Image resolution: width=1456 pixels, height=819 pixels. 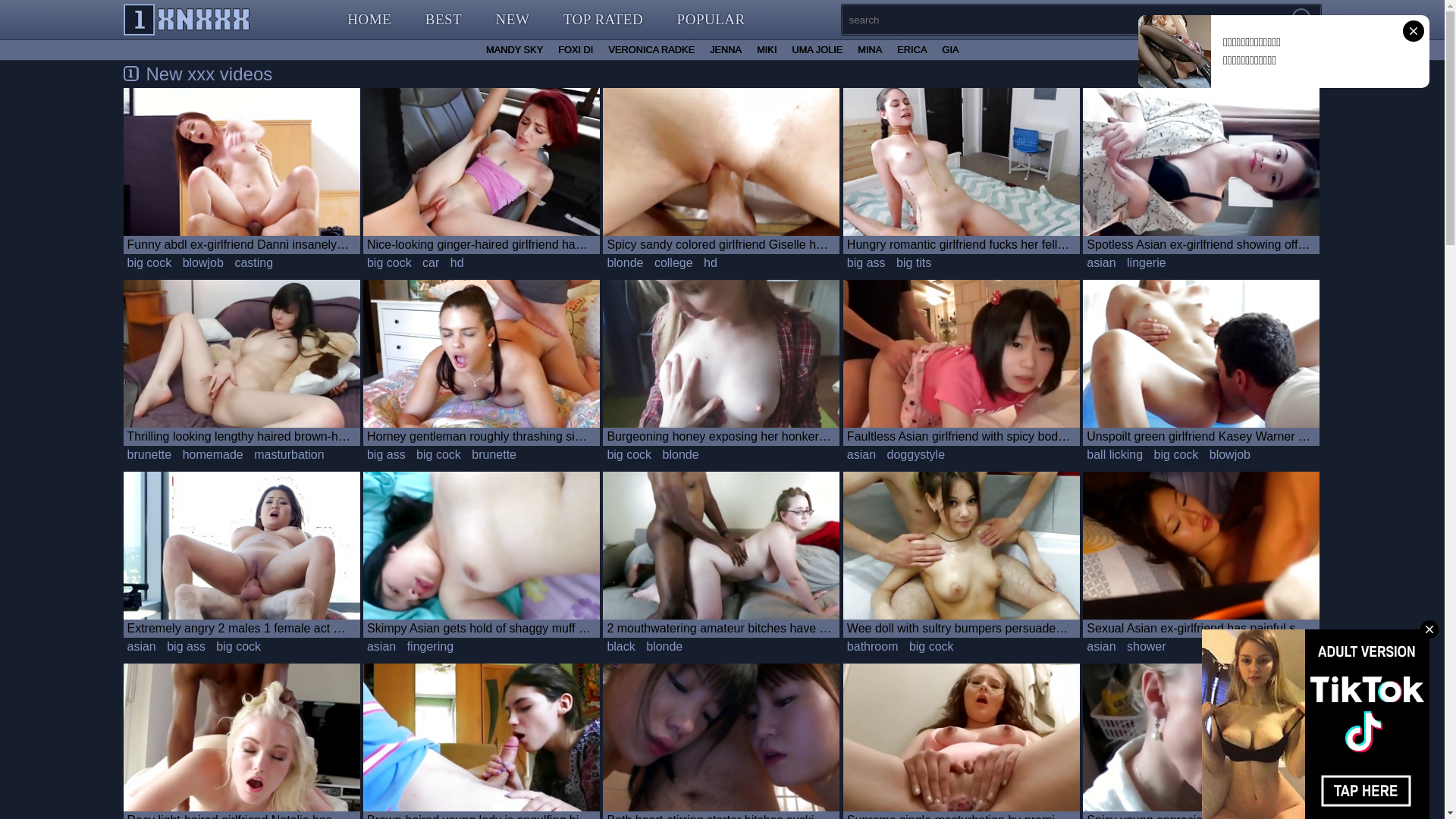 What do you see at coordinates (212, 454) in the screenshot?
I see `'homemade'` at bounding box center [212, 454].